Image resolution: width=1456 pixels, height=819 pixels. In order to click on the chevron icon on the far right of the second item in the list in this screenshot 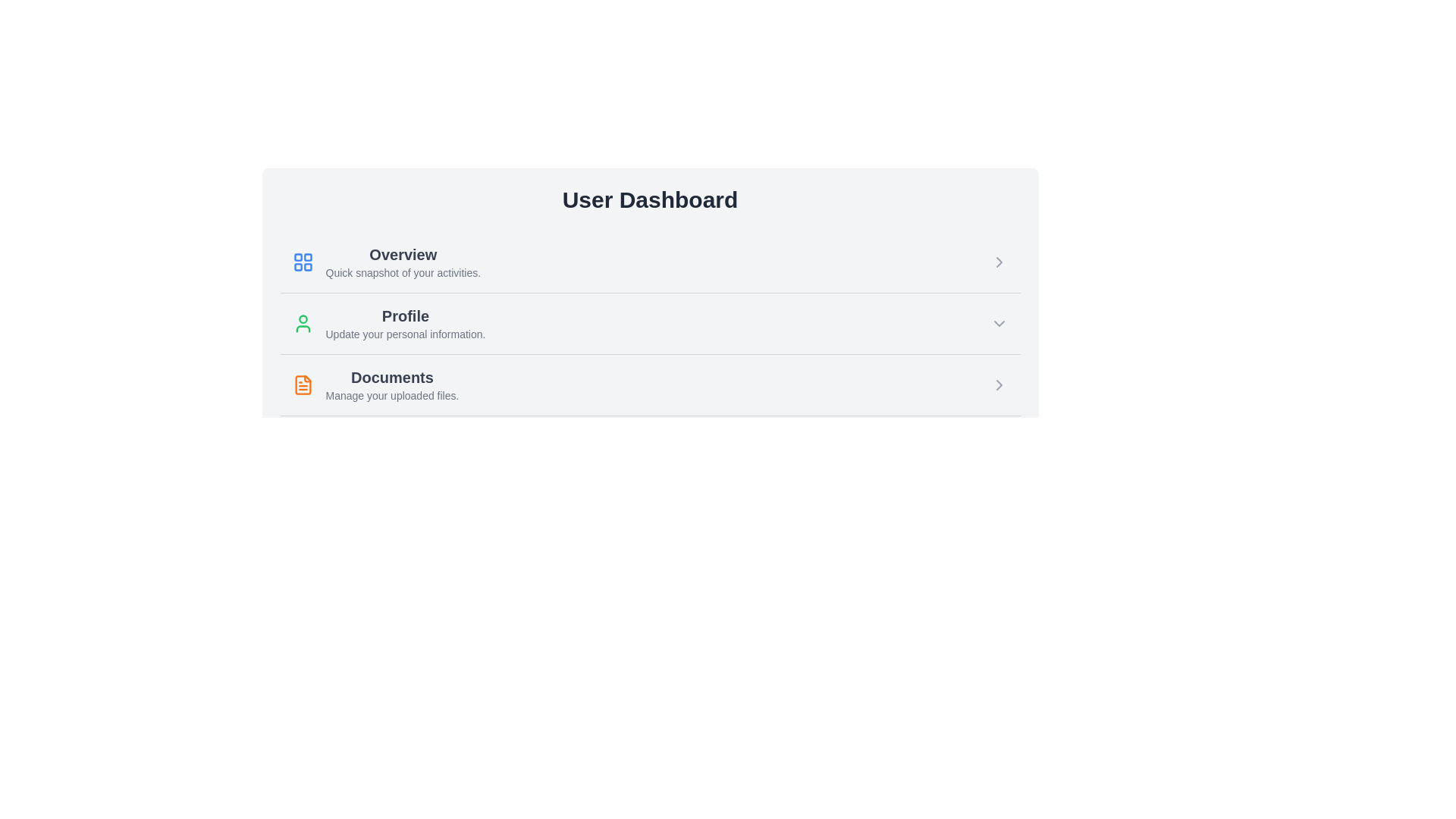, I will do `click(999, 323)`.